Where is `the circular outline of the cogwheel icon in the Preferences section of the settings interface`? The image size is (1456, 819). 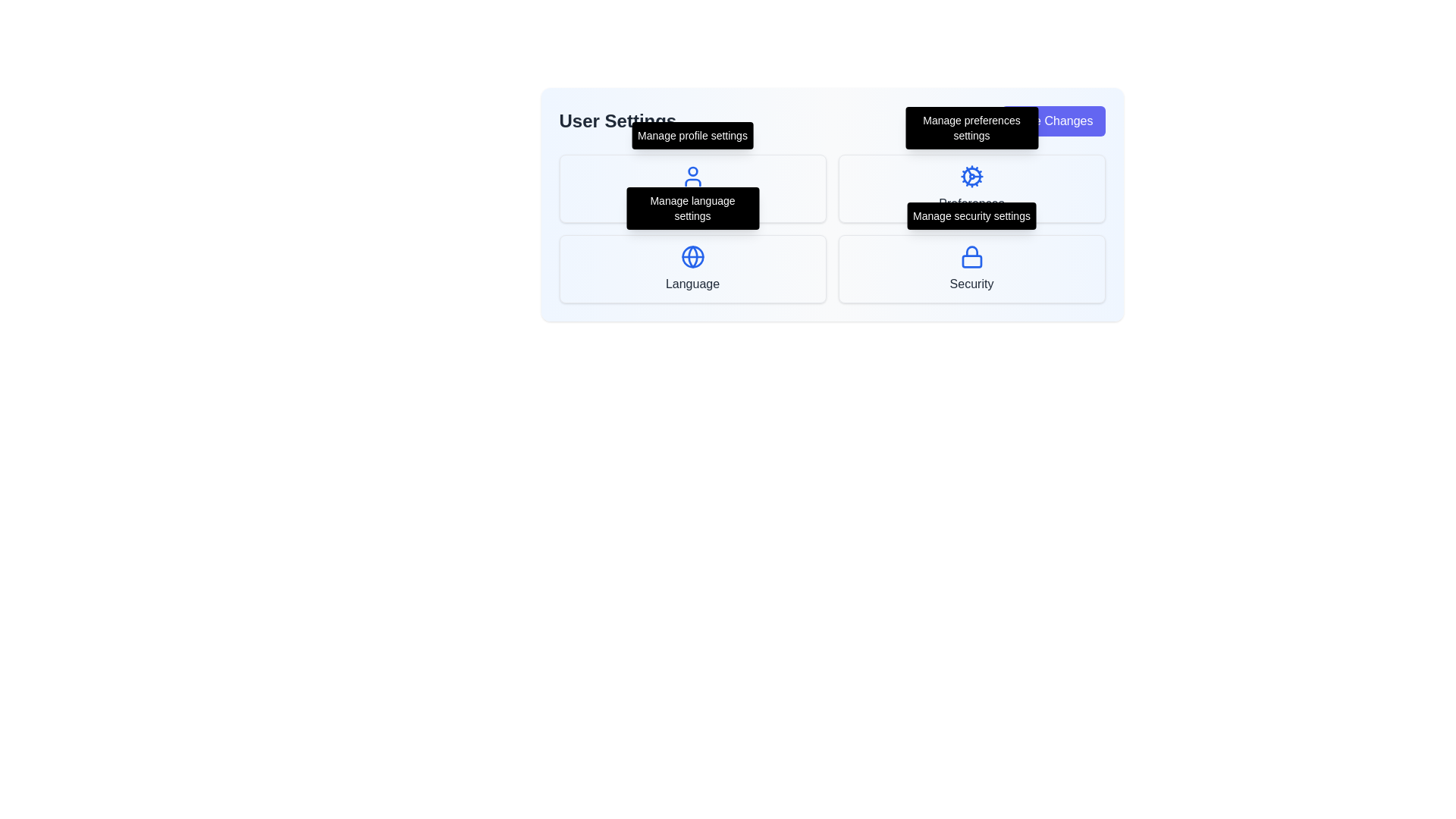 the circular outline of the cogwheel icon in the Preferences section of the settings interface is located at coordinates (971, 175).